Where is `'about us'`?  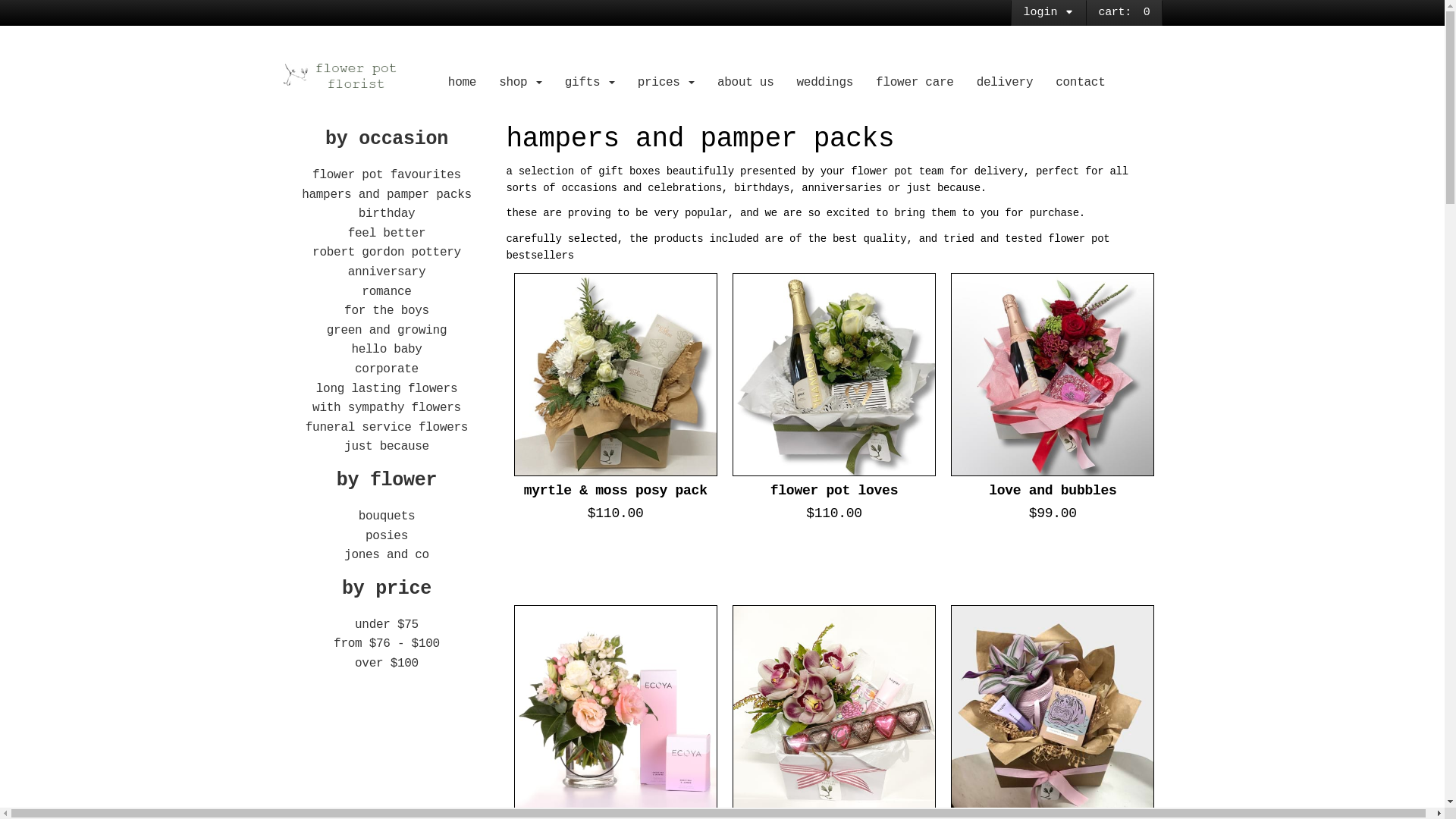
'about us' is located at coordinates (705, 82).